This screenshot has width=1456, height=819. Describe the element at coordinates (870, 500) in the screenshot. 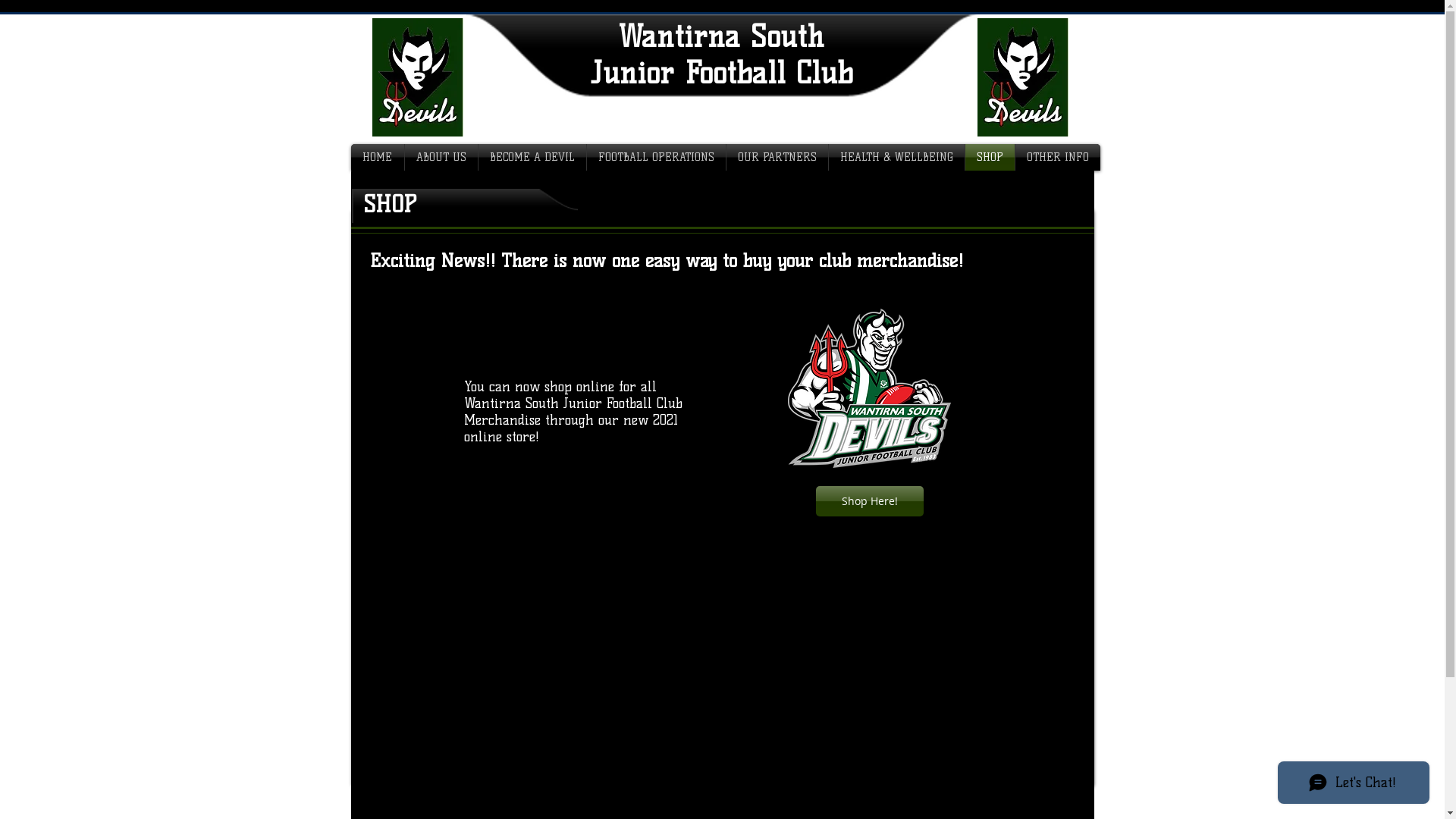

I see `'Shop Here!'` at that location.